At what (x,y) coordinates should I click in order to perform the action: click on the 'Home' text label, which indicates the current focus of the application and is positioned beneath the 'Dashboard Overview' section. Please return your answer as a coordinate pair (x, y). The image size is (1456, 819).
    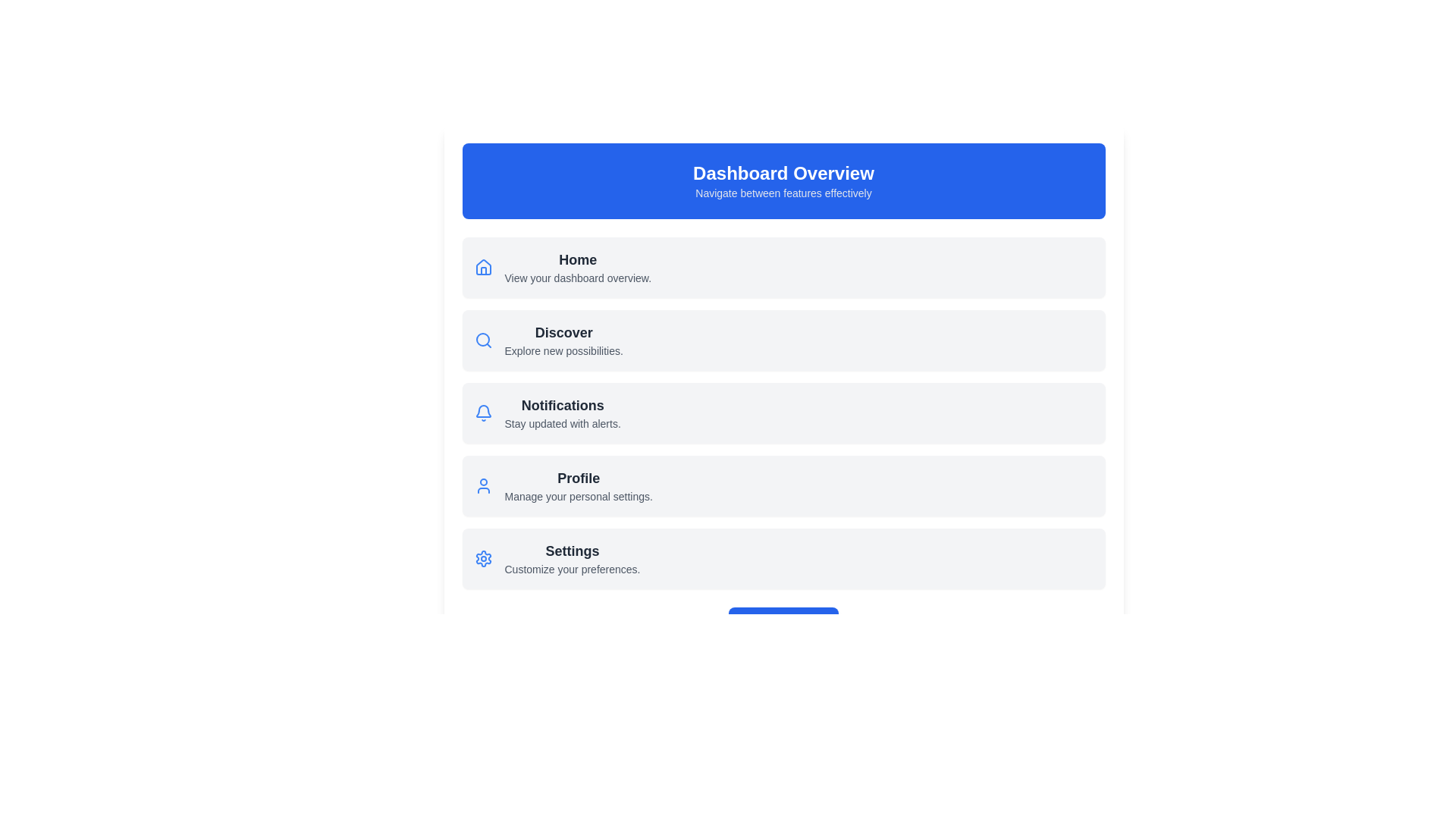
    Looking at the image, I should click on (577, 259).